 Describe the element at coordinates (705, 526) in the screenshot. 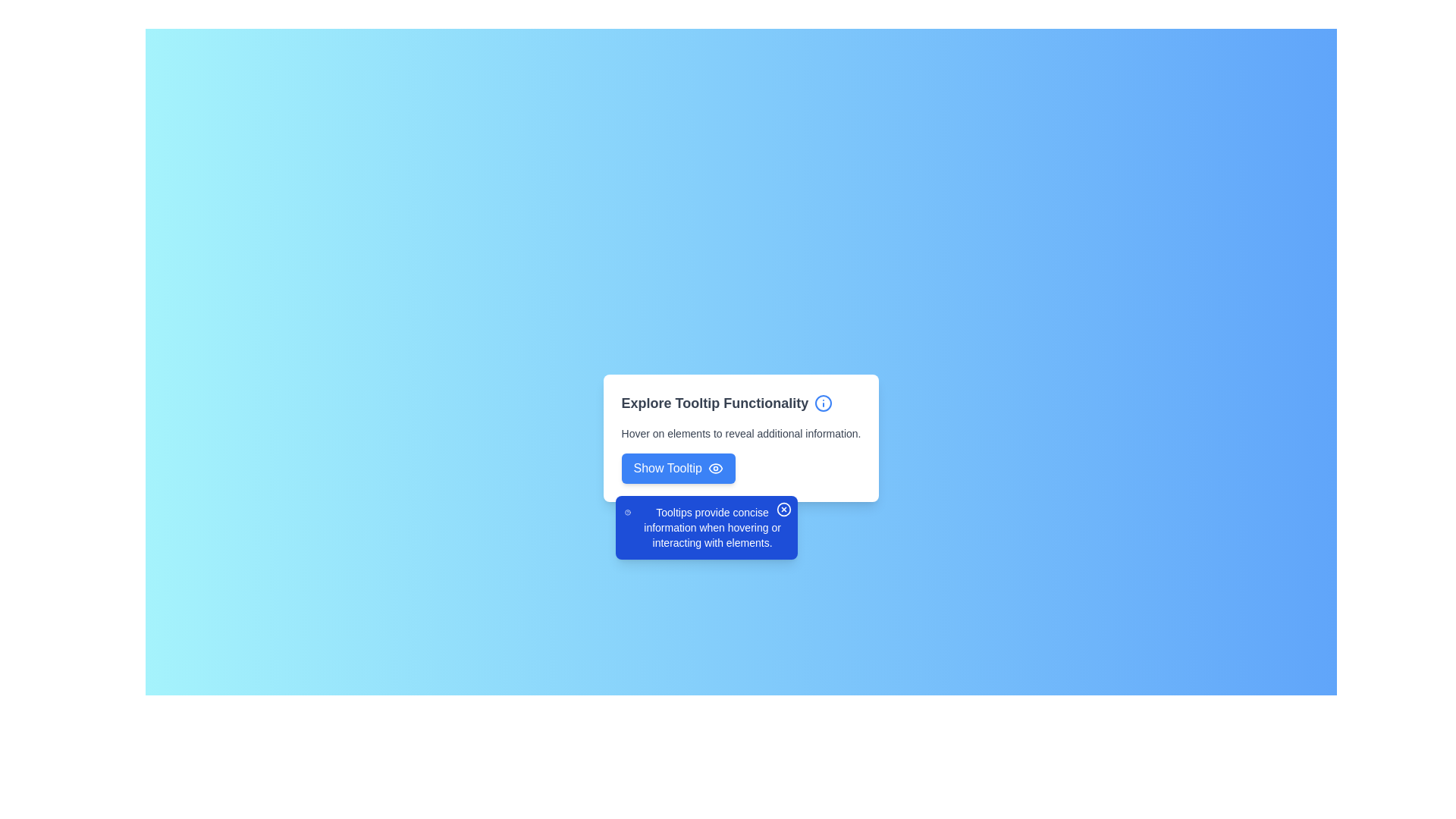

I see `explanatory text label located at the center of the tooltip, below the help icon in the tooltip-section` at that location.